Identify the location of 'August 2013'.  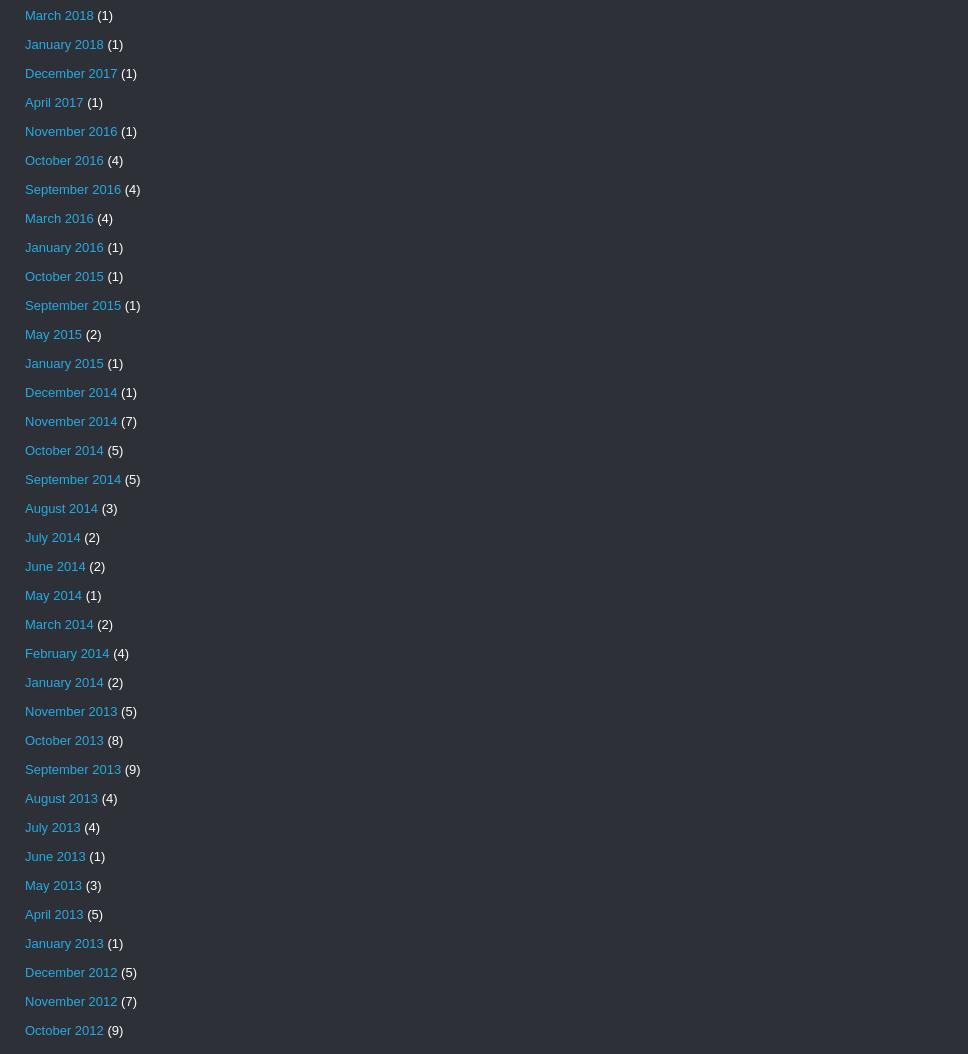
(60, 797).